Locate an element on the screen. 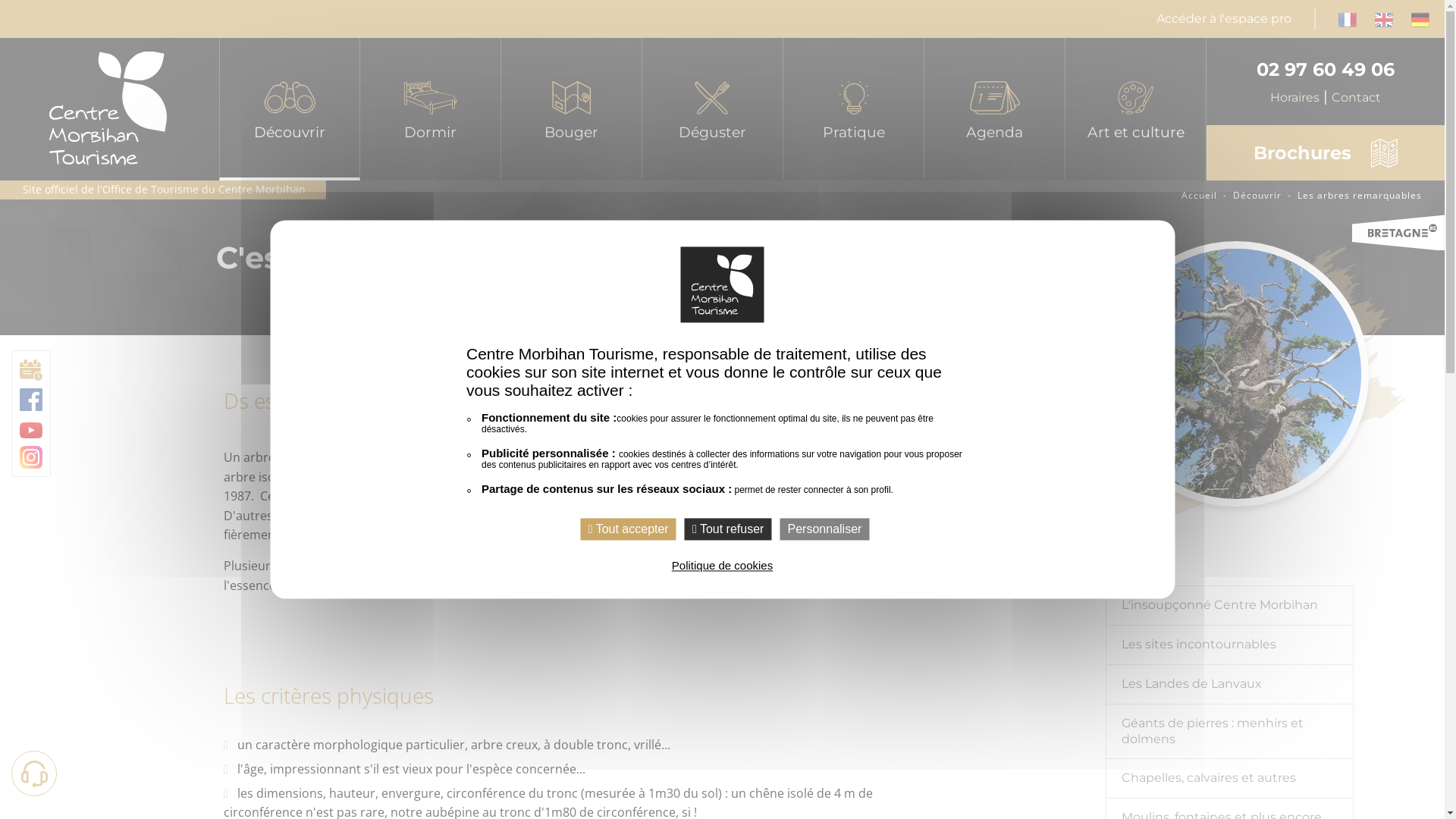  'Brochures' is located at coordinates (1324, 152).